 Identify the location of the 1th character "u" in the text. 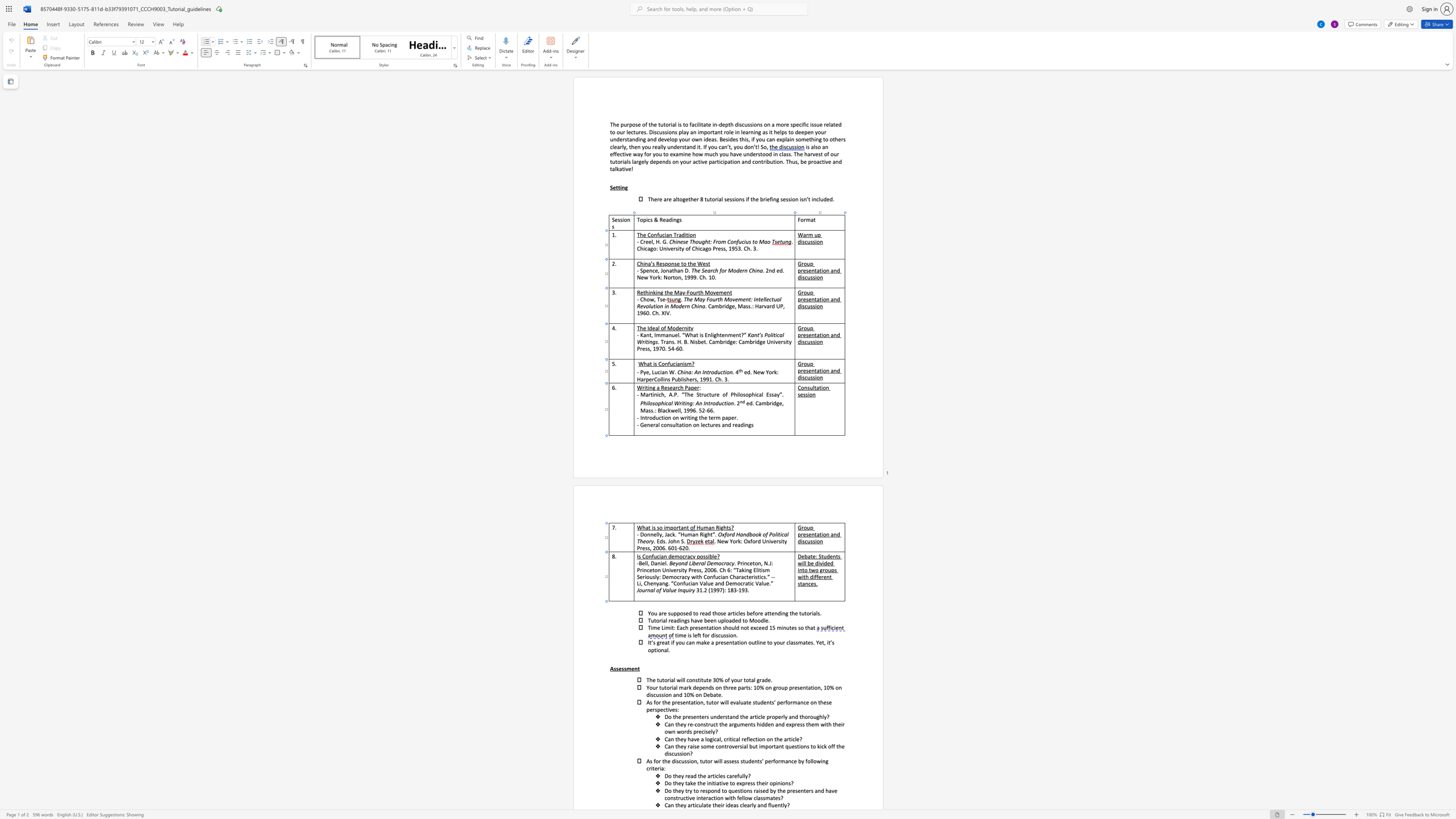
(740, 775).